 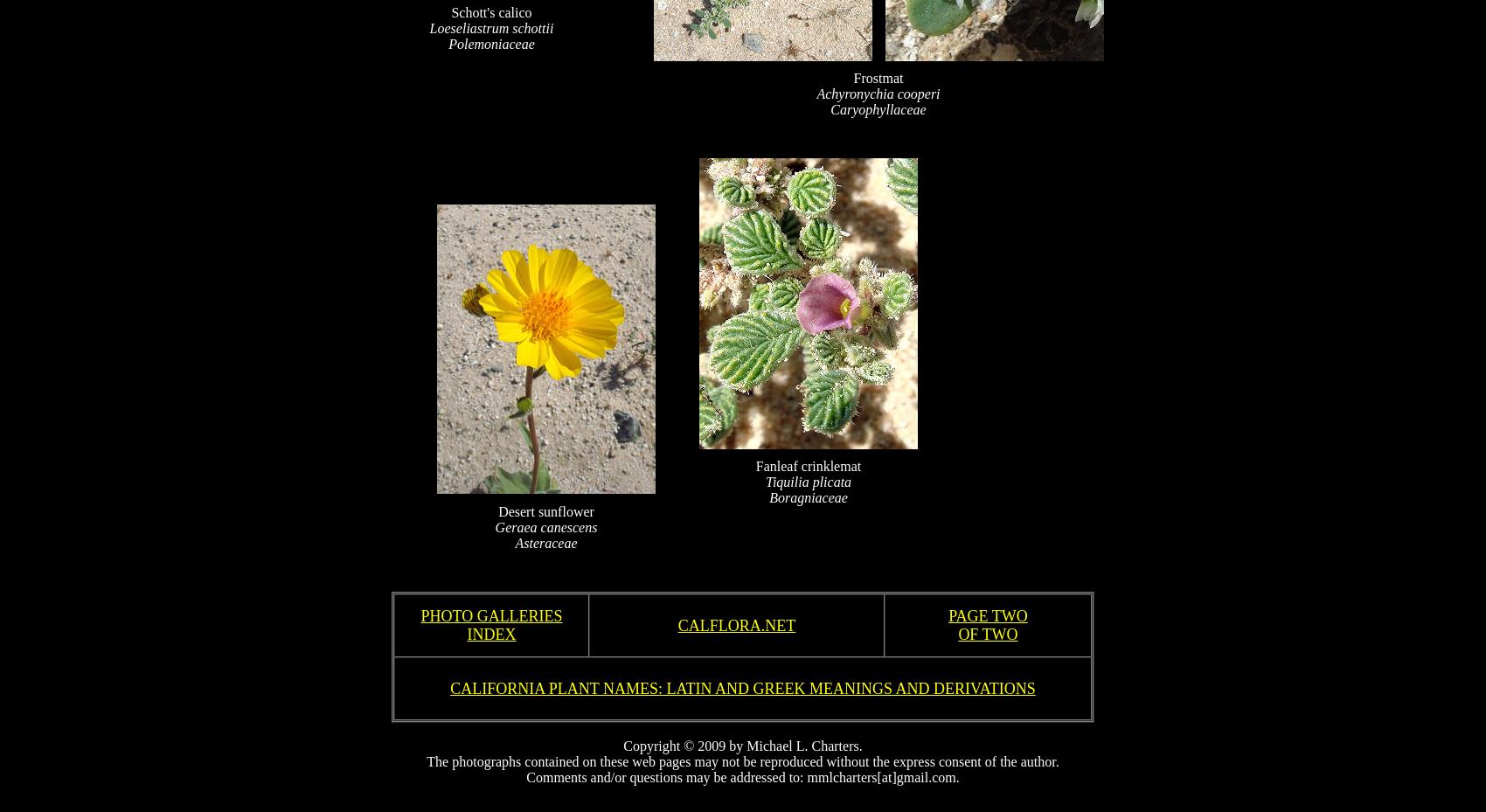 I want to click on 'CALIFORNIA PLANT NAMES: LATIN AND GREEK MEANINGS AND DERIVATIONS', so click(x=449, y=686).